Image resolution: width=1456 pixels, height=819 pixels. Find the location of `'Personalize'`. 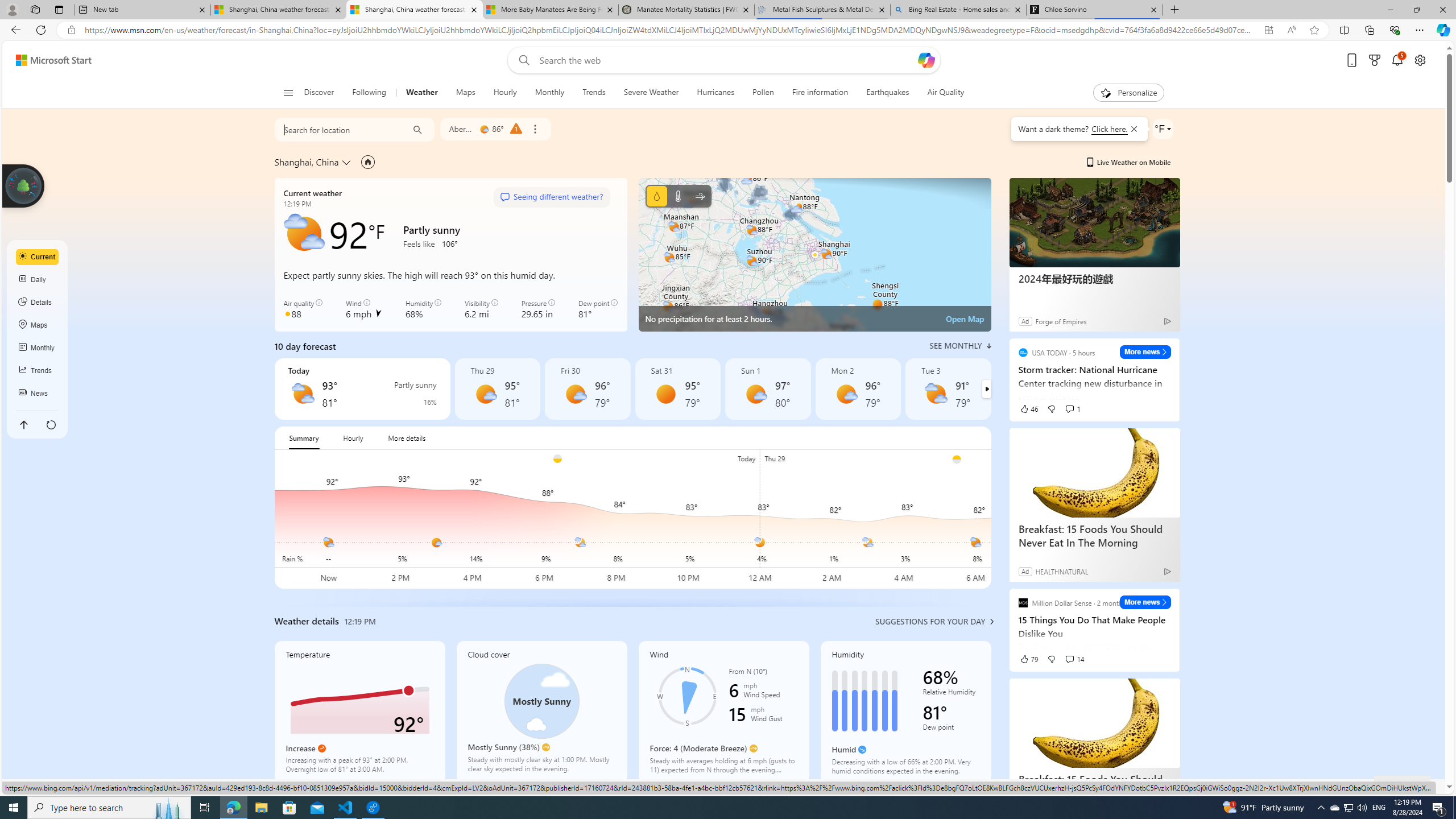

'Personalize' is located at coordinates (1128, 92).